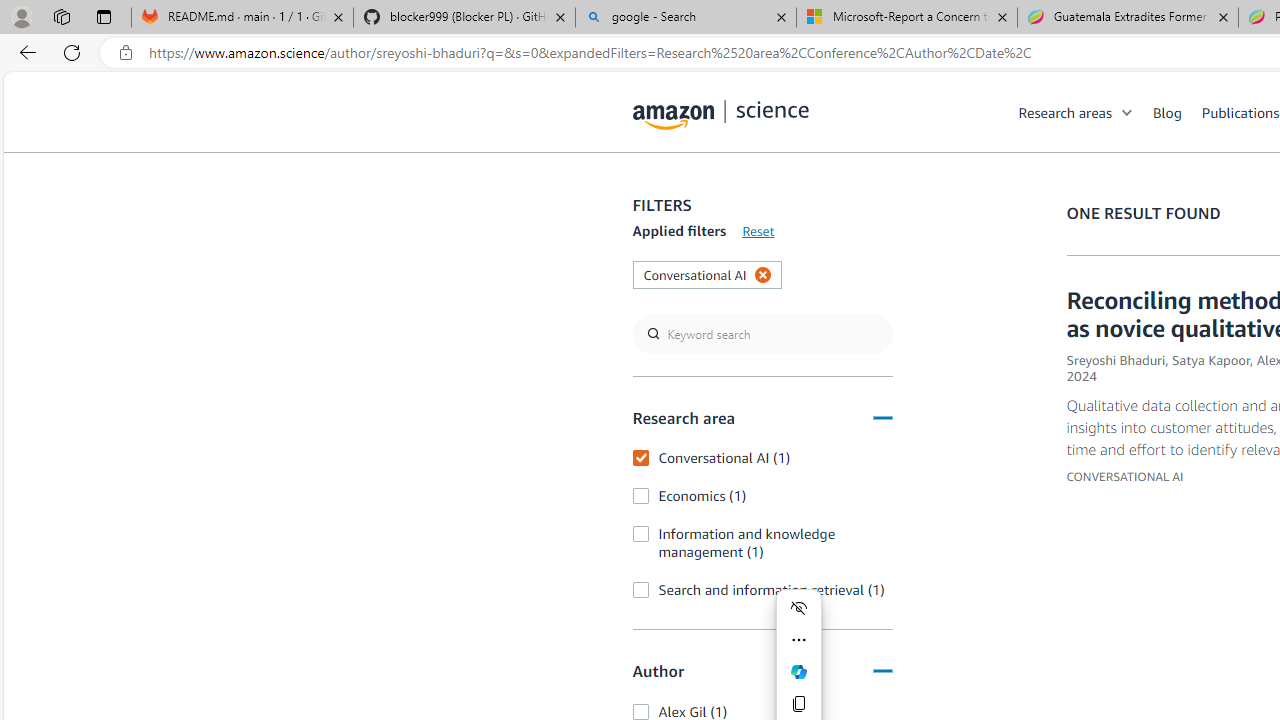  I want to click on 'search', so click(761, 333).